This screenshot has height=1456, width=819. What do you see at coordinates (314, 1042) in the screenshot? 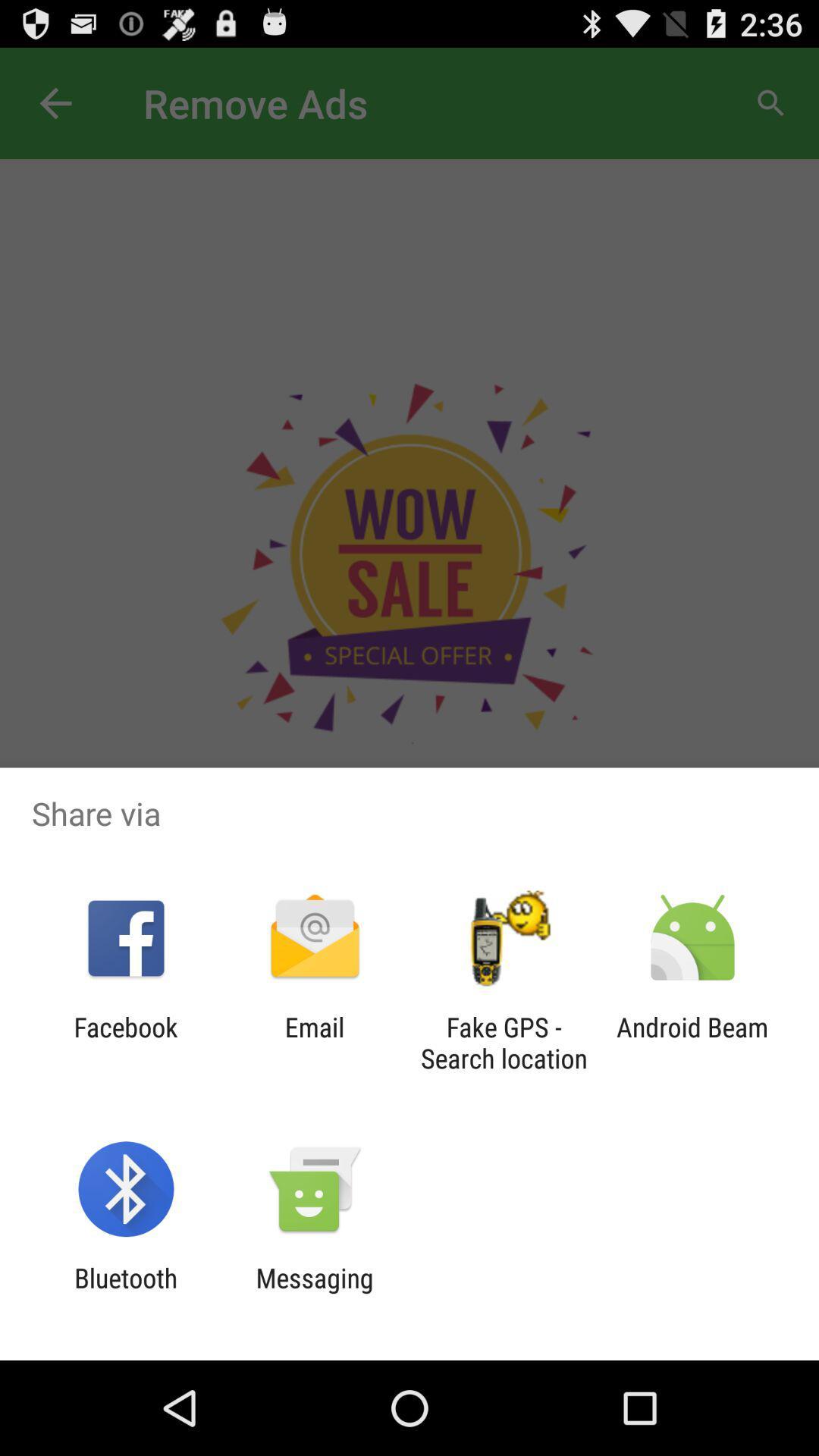
I see `the app next to the fake gps search item` at bounding box center [314, 1042].